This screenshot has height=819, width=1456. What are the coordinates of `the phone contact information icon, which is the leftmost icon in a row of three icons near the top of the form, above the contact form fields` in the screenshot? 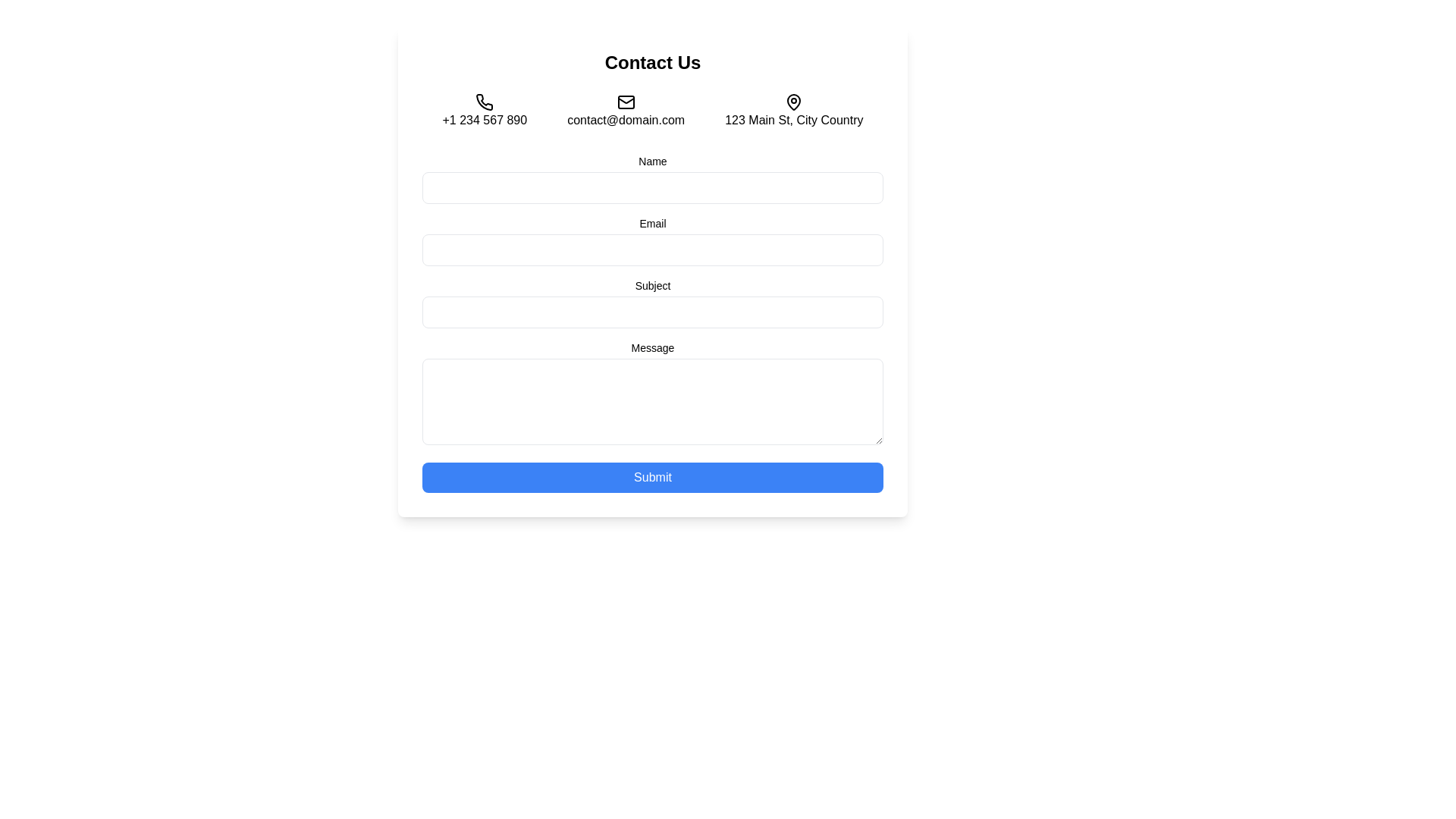 It's located at (484, 102).